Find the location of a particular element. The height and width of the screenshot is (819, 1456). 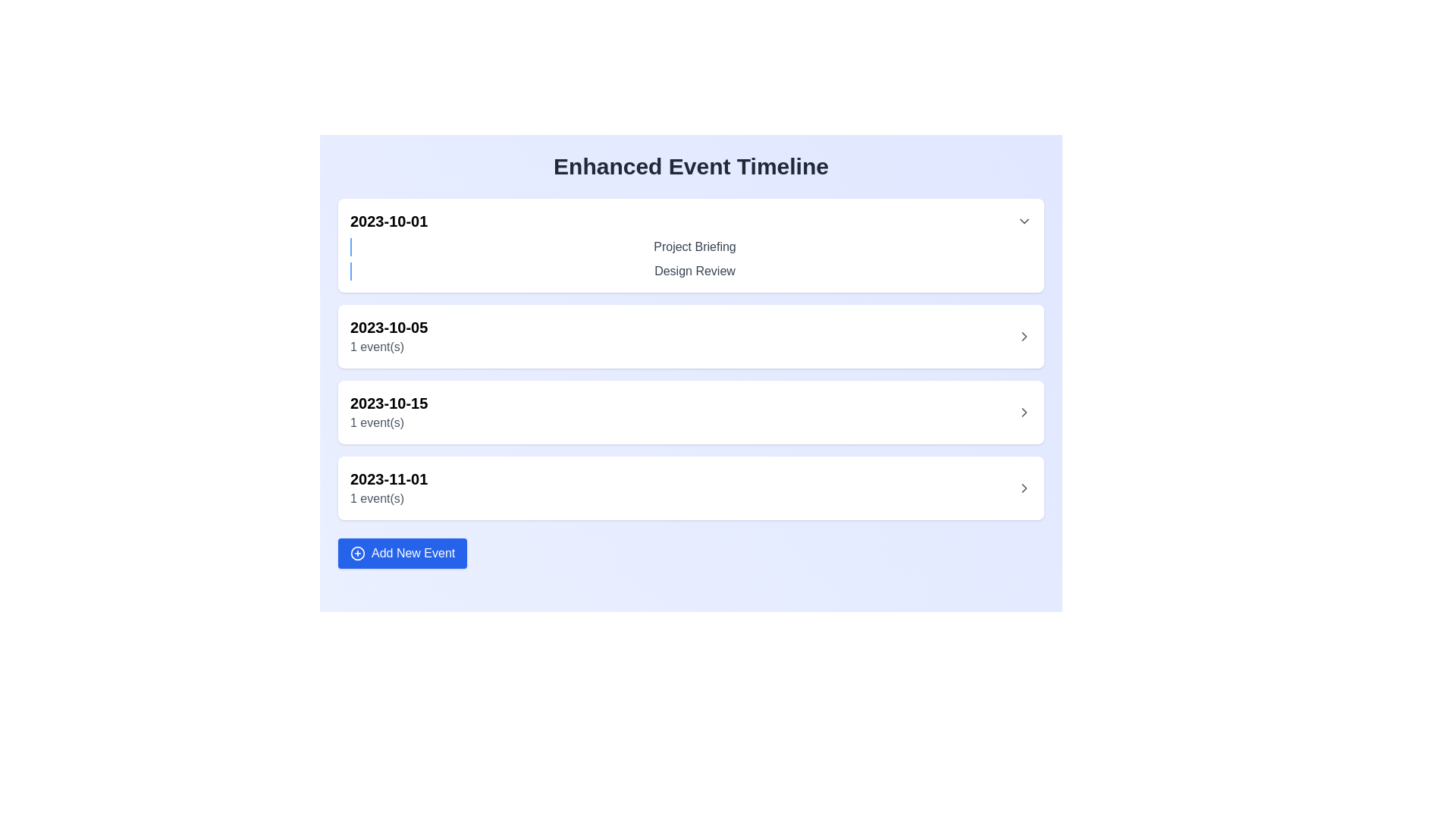

the clickable list item summarizing the event on the date '2023-10-05' is located at coordinates (690, 335).